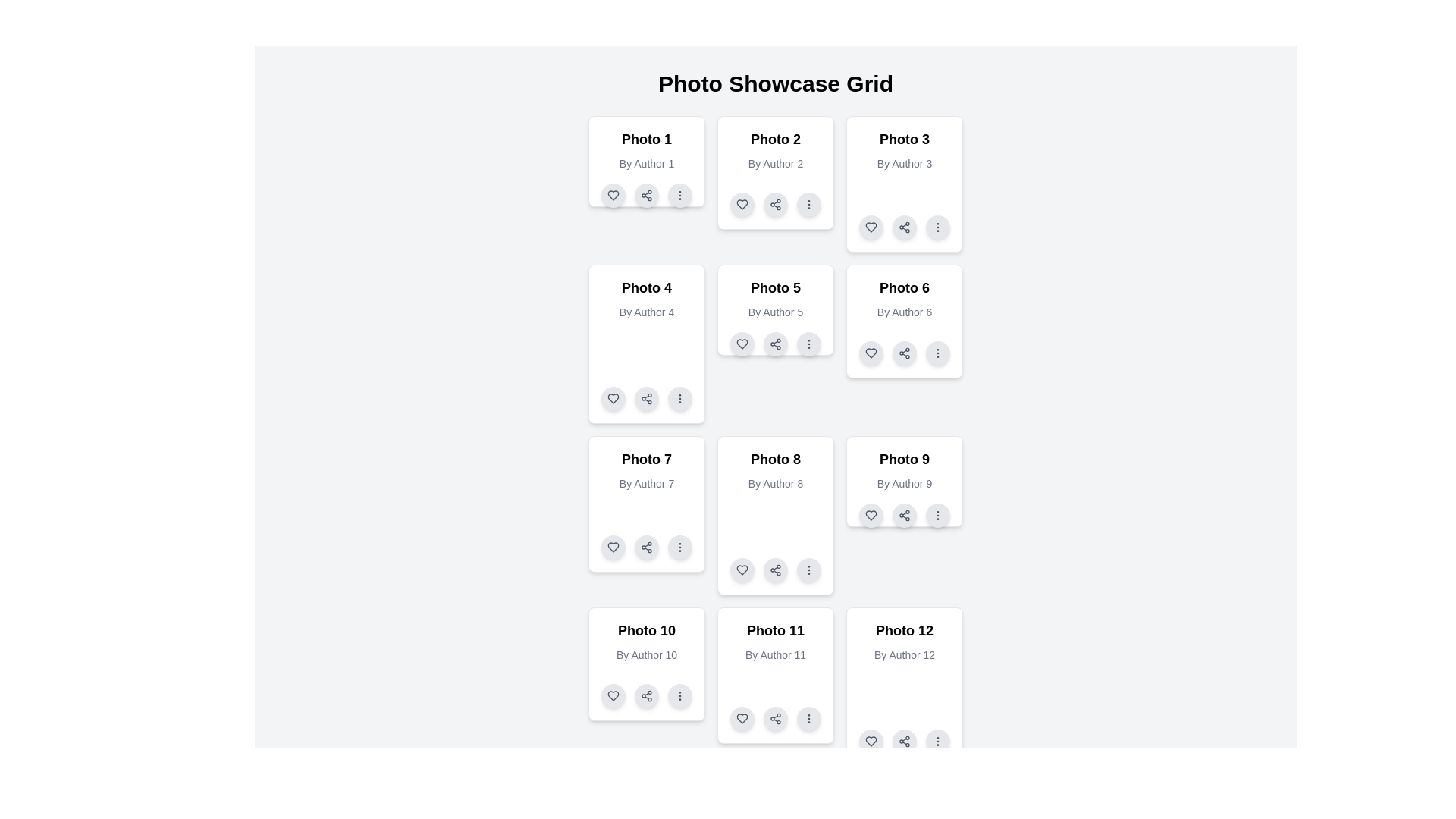  Describe the element at coordinates (775, 654) in the screenshot. I see `text label that provides authorship information for the content, specifically indicating 'Author 11', located in the middle card of the bottom row, beneath 'Photo 11'` at that location.